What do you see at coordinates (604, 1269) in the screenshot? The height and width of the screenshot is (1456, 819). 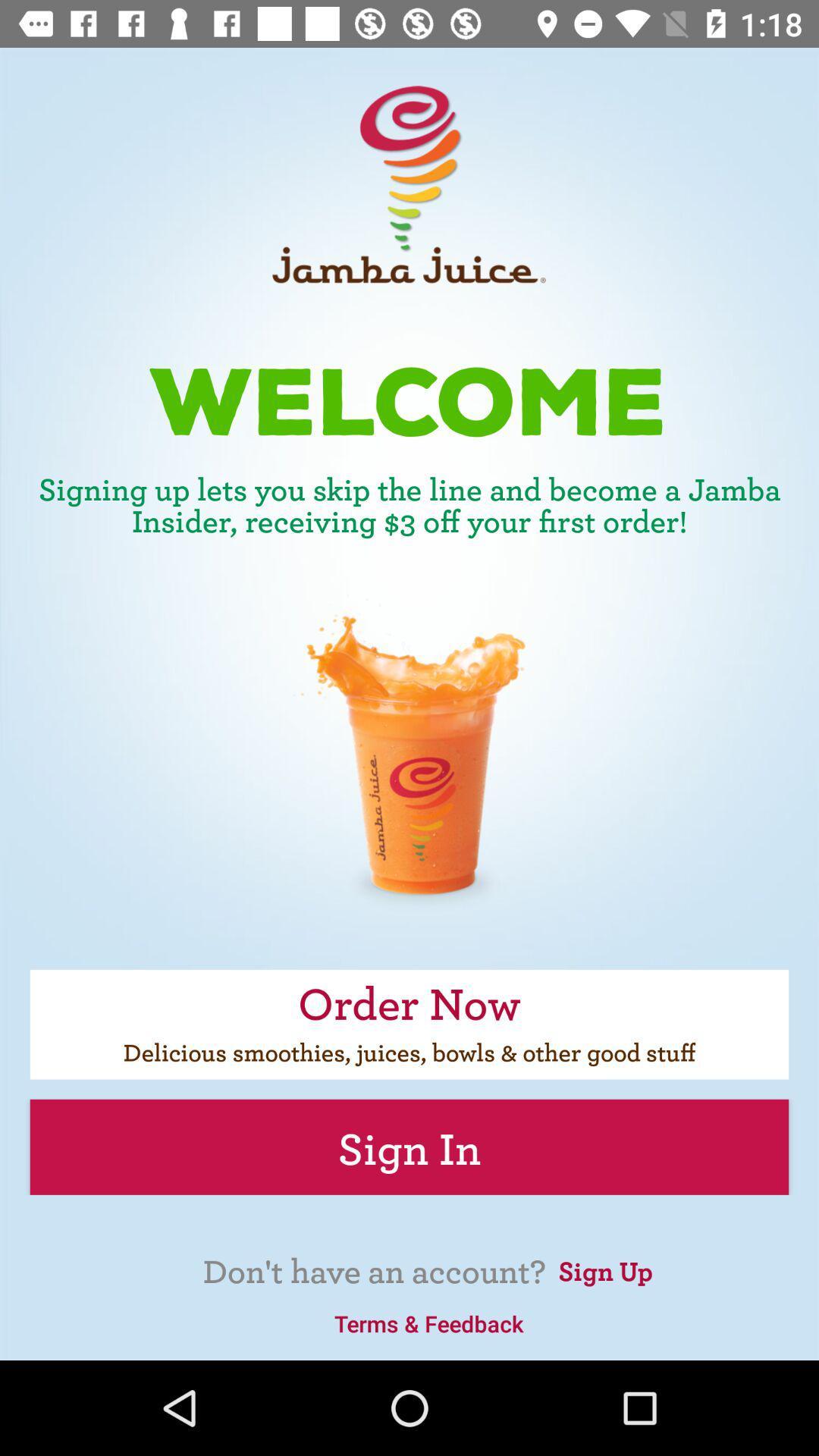 I see `the icon below sign in` at bounding box center [604, 1269].